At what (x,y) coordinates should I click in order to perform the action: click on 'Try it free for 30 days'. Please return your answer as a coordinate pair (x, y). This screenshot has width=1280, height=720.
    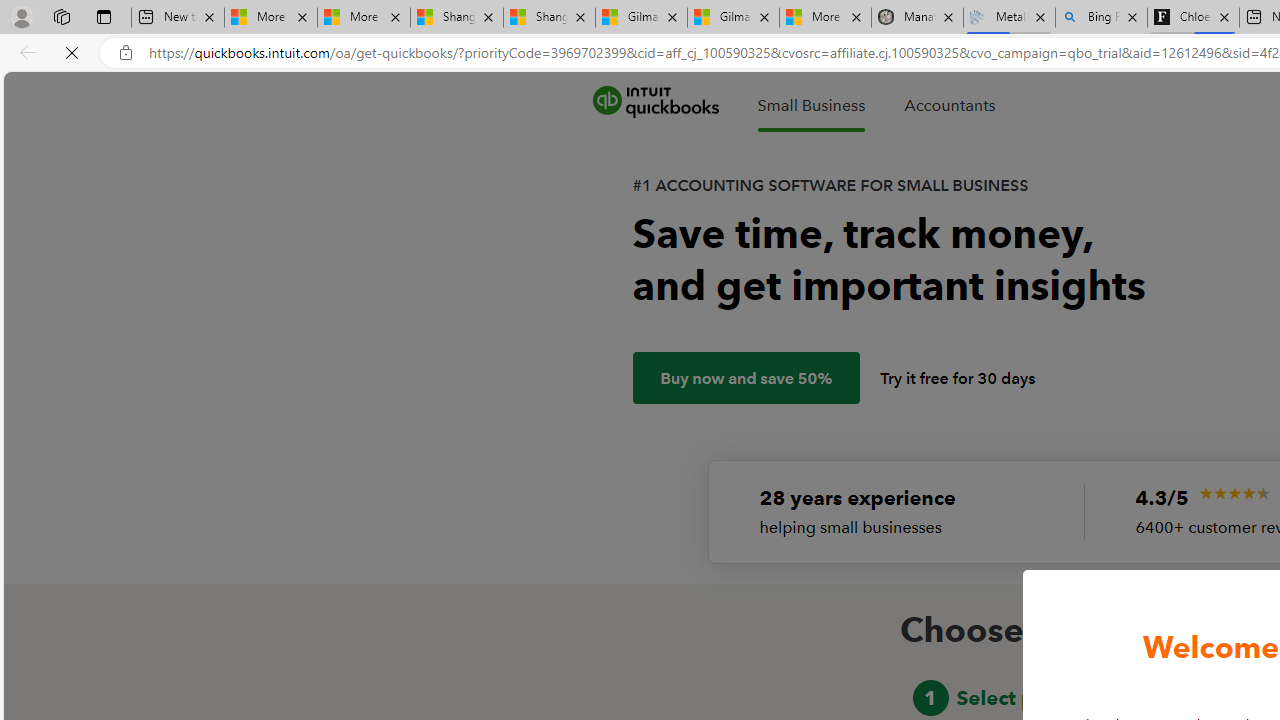
    Looking at the image, I should click on (957, 378).